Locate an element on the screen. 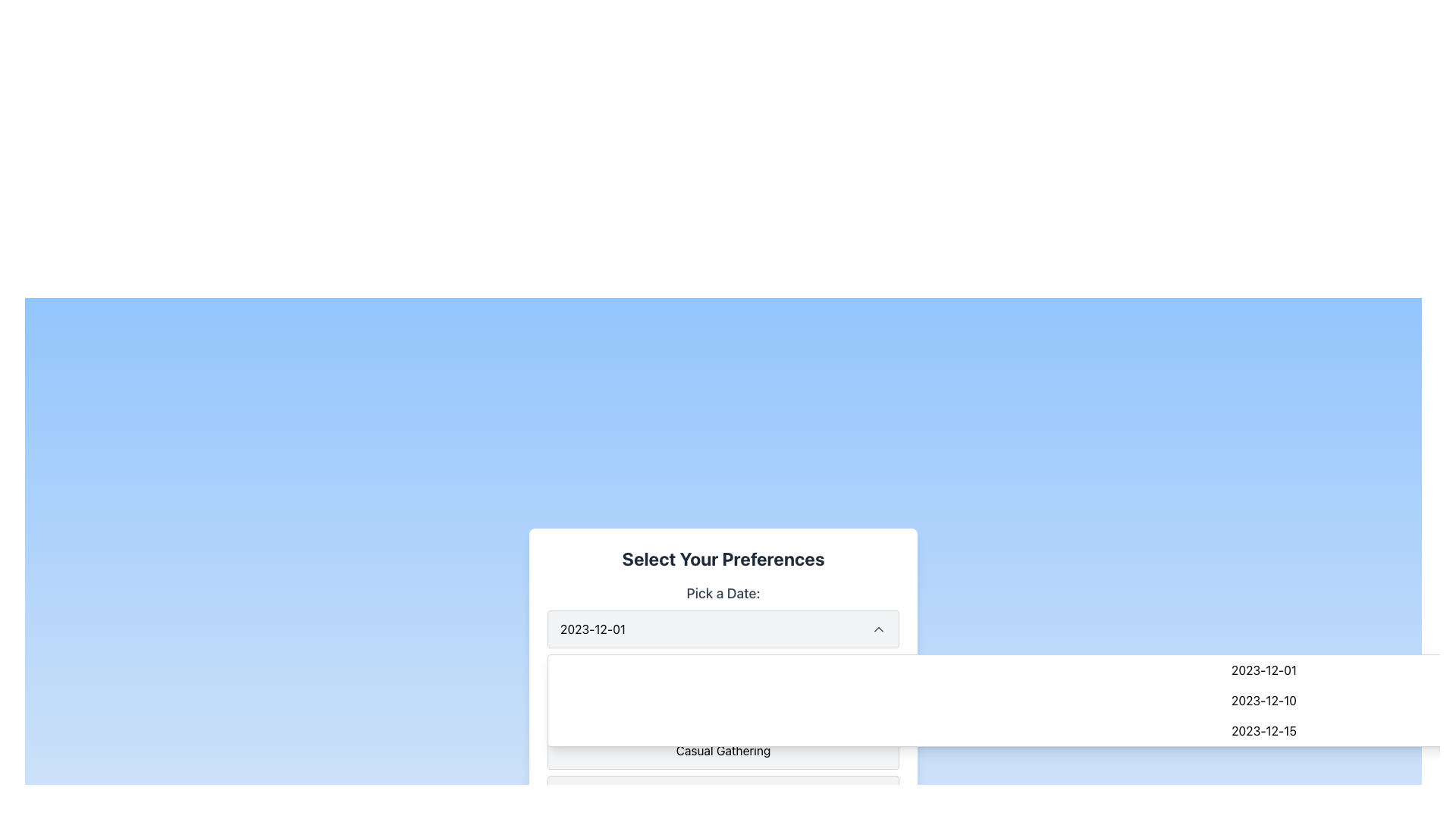  the date picker dropdown menu located below the 'Pick a Date:' title is located at coordinates (723, 629).